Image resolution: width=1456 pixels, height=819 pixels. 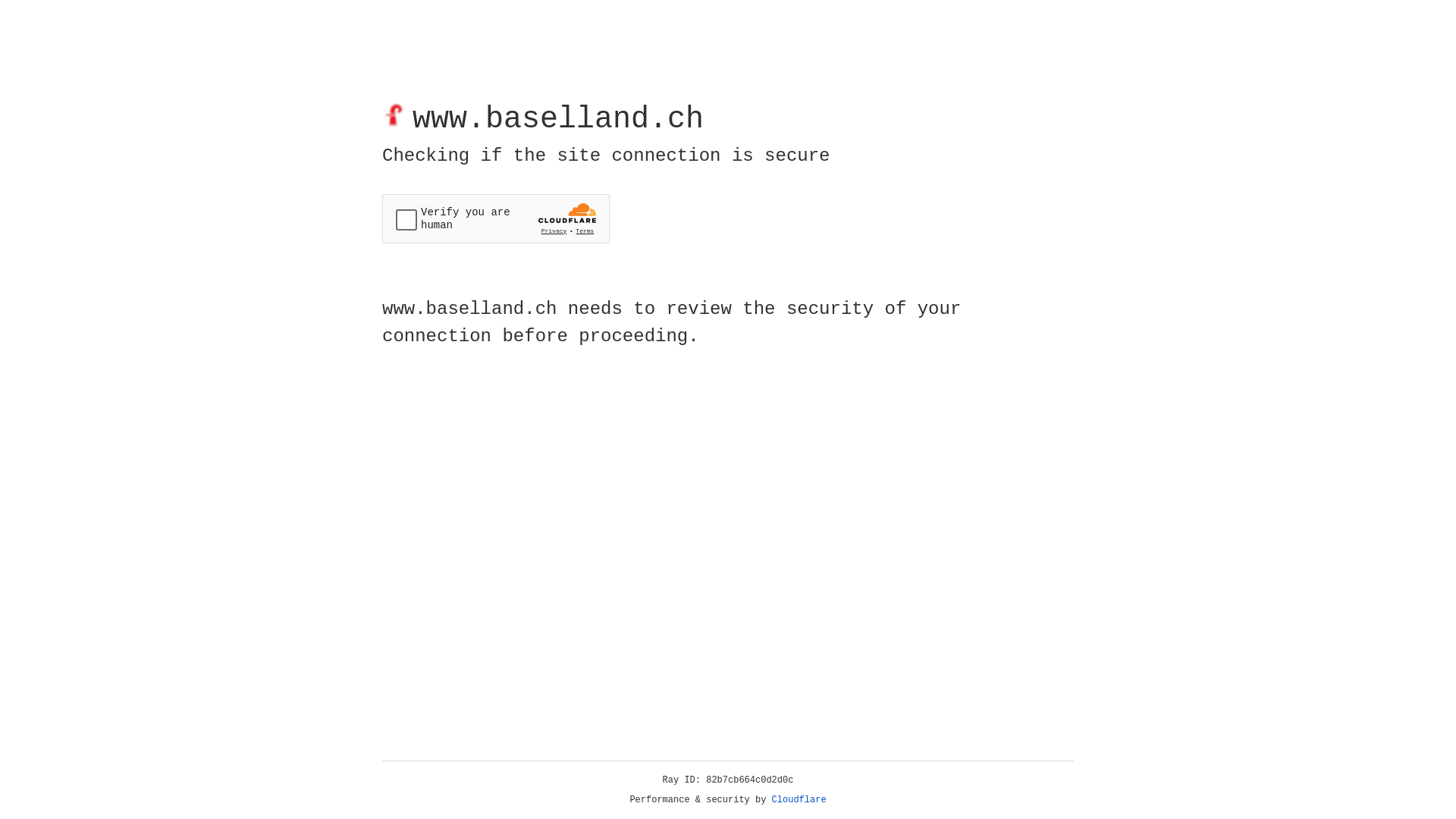 I want to click on 'Cloudflare', so click(x=771, y=799).